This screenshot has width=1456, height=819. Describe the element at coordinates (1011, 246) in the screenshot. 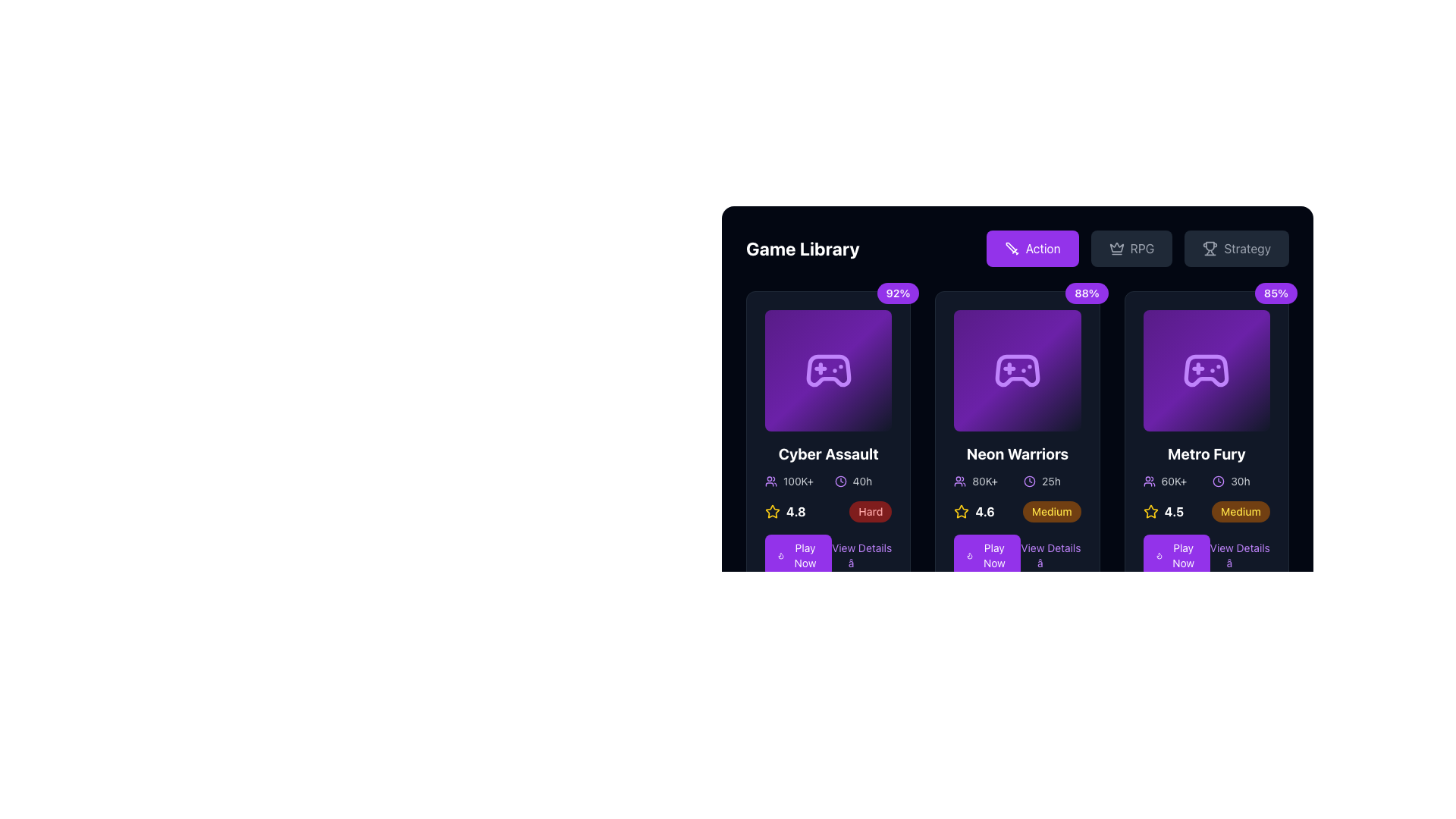

I see `the decorative SVG graphic element that is part of the sword icon, positioned towards the center-left of the icon, which visually represents the 'Action' category` at that location.